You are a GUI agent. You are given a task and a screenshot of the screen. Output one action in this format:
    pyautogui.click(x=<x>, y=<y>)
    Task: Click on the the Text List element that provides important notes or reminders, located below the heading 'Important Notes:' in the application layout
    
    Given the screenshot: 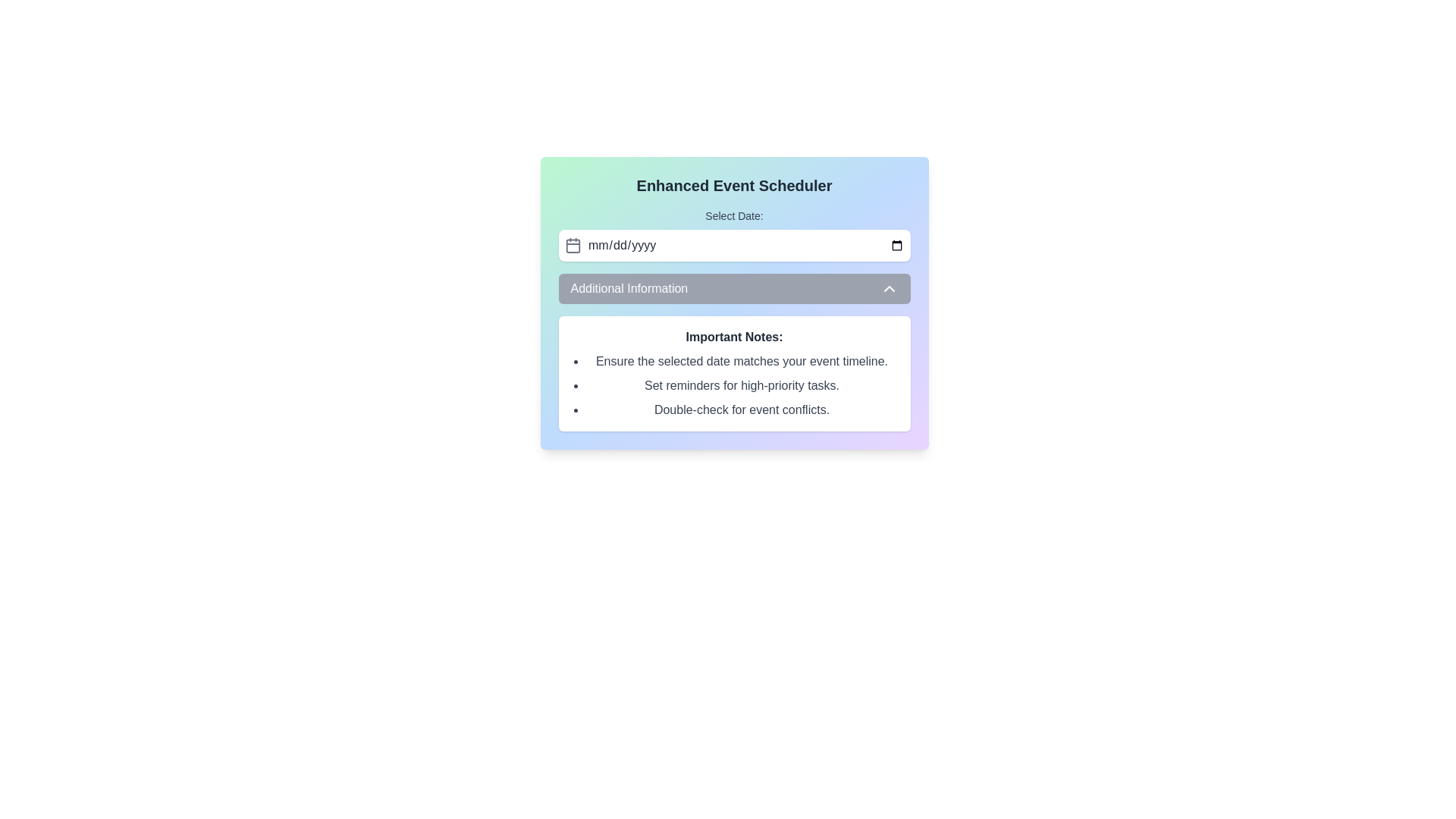 What is the action you would take?
    pyautogui.click(x=734, y=385)
    